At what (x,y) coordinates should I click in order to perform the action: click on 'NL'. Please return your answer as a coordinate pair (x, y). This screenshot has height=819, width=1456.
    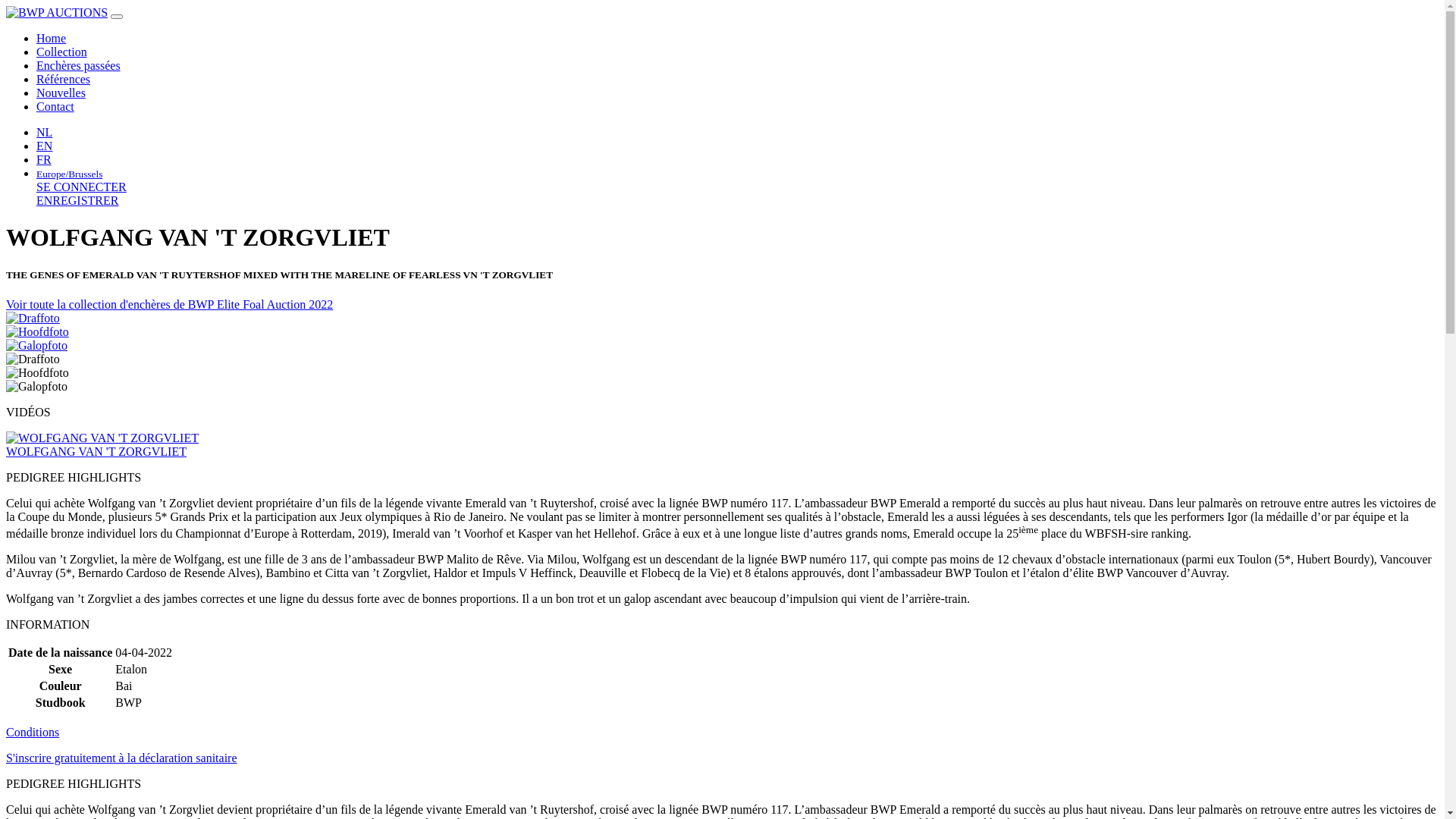
    Looking at the image, I should click on (44, 131).